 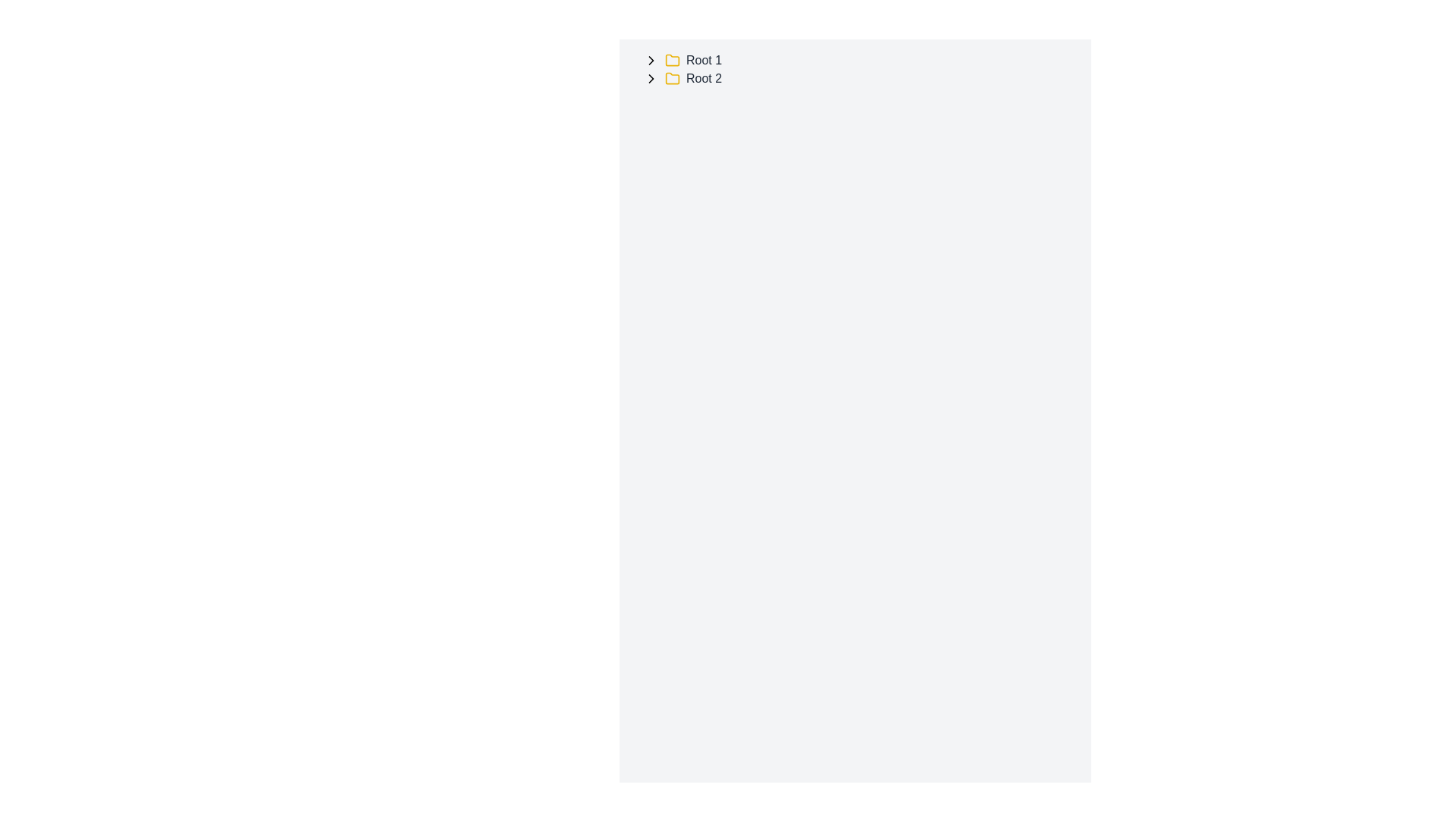 I want to click on the Chevron toggle icon next to 'Root 2', so click(x=651, y=79).